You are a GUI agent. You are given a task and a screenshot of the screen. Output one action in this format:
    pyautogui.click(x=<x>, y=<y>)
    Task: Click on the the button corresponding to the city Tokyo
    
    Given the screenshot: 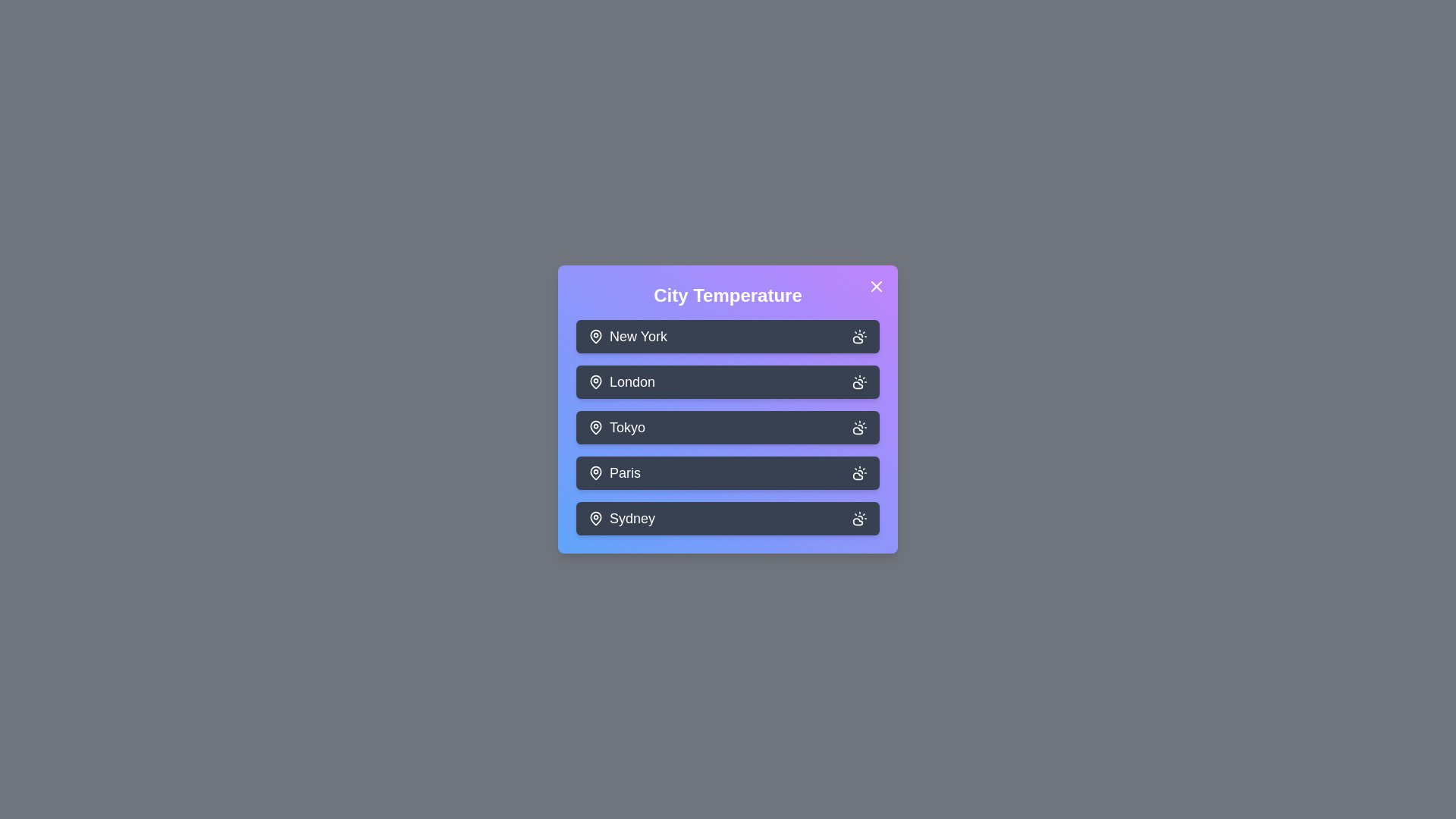 What is the action you would take?
    pyautogui.click(x=728, y=427)
    